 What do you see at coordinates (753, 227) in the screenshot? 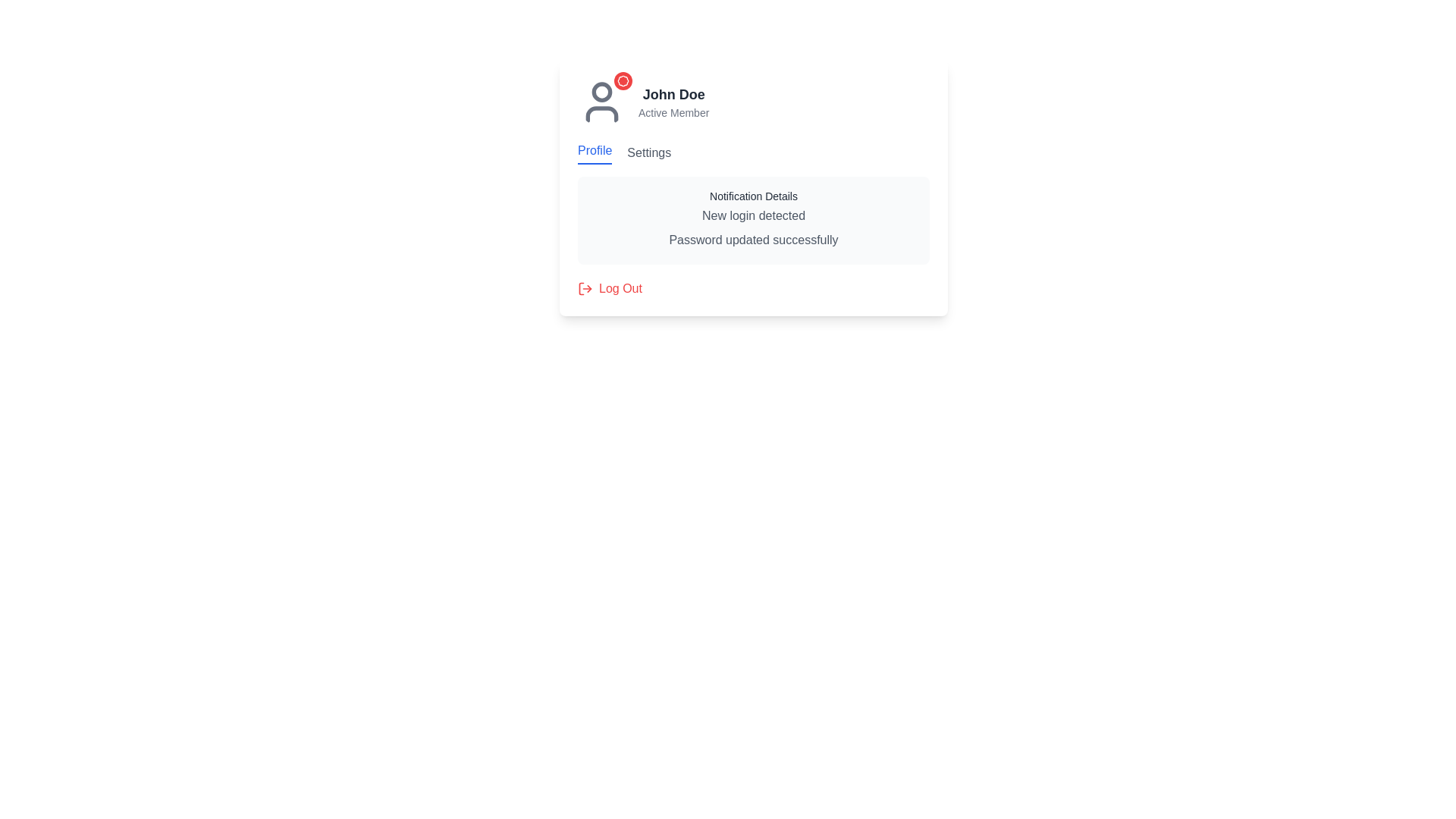
I see `the notification summary text block within the 'Notification Details' card` at bounding box center [753, 227].